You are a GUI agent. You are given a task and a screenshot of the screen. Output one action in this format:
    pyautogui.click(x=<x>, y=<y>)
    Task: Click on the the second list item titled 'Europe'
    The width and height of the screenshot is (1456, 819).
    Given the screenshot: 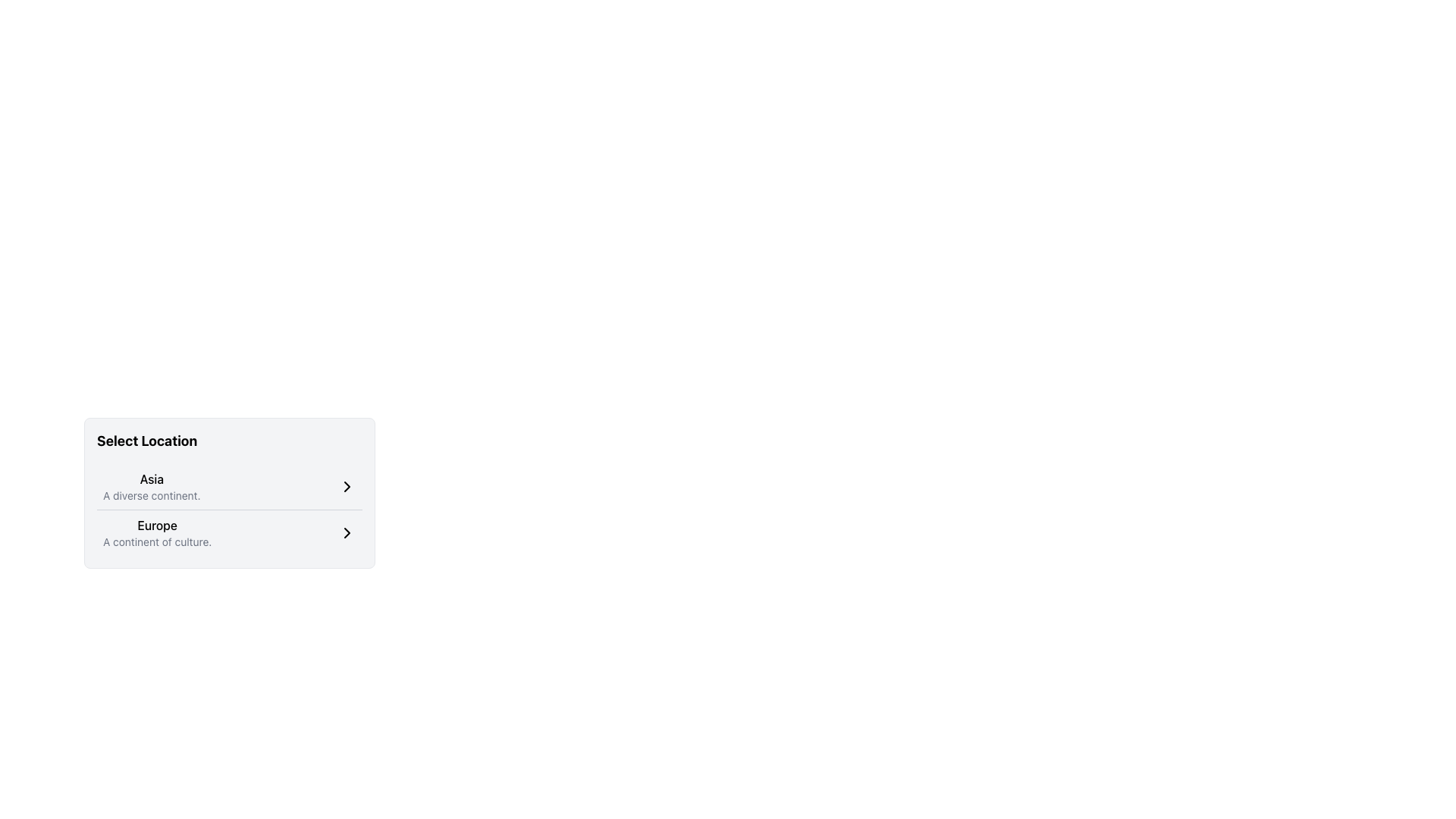 What is the action you would take?
    pyautogui.click(x=228, y=532)
    